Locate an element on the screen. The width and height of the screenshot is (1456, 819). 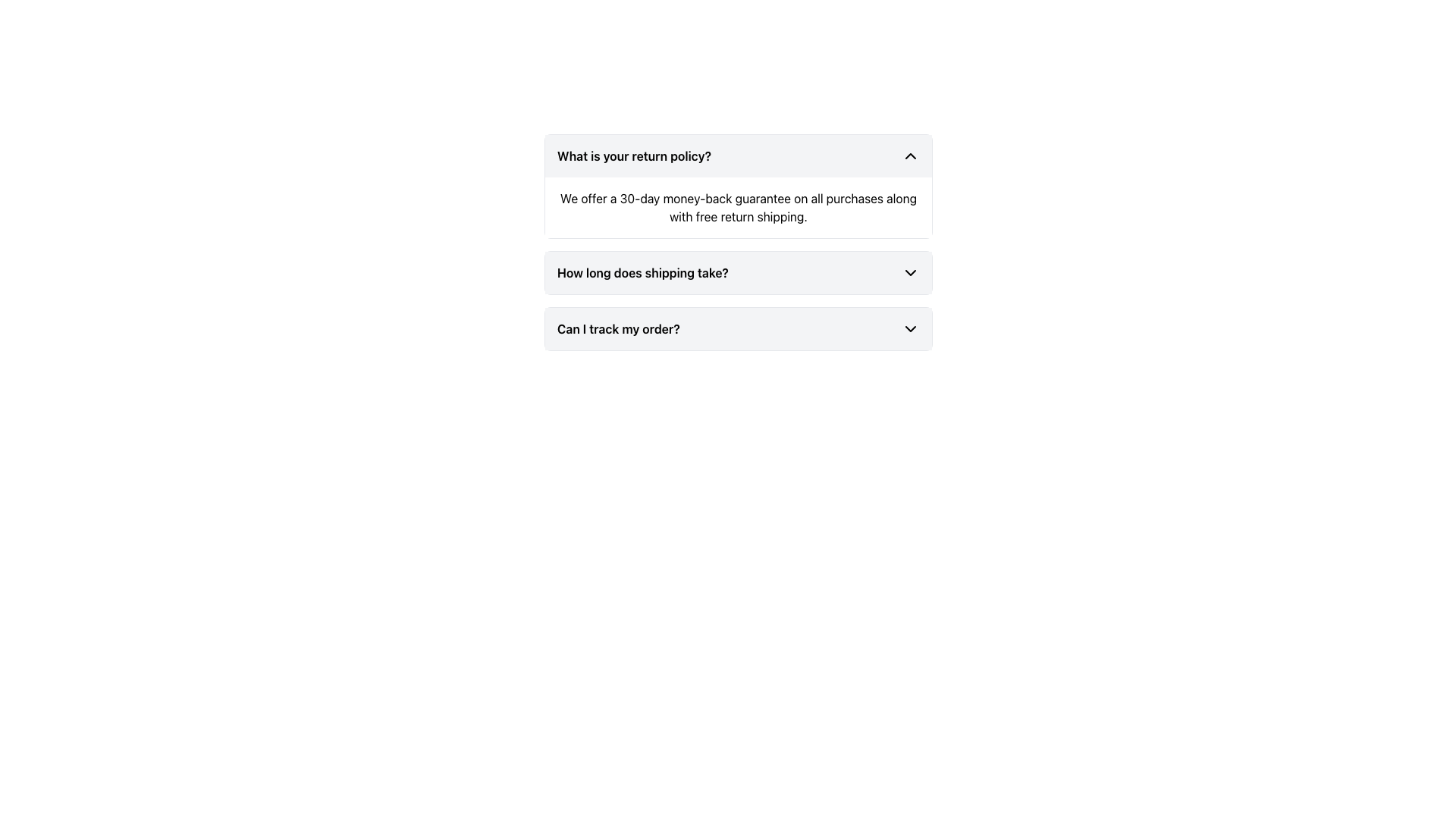
the header text for the collapsible FAQ section indicating the return policy is located at coordinates (634, 155).